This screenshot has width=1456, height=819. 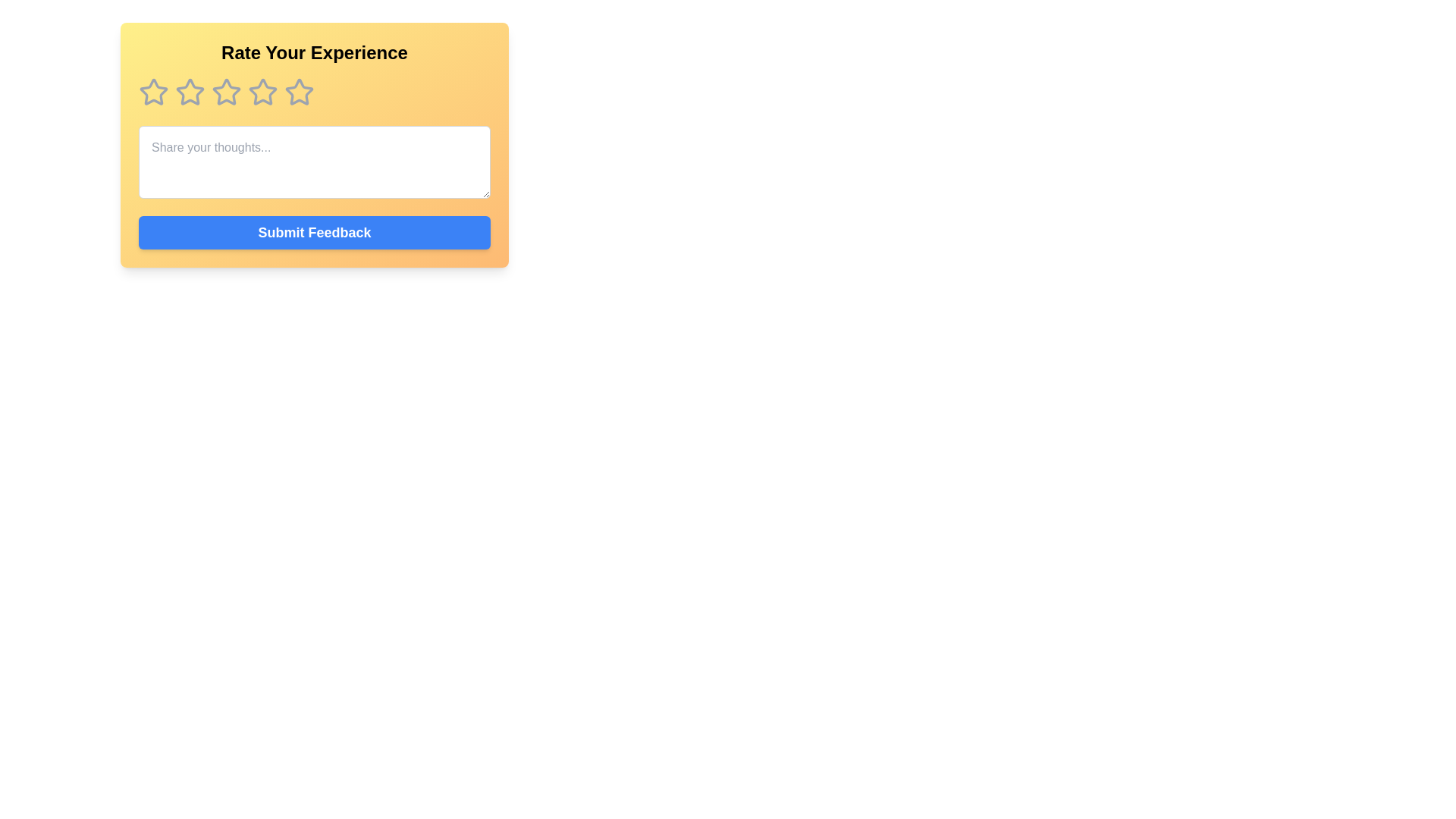 What do you see at coordinates (262, 91) in the screenshot?
I see `the third star icon in the rating system` at bounding box center [262, 91].